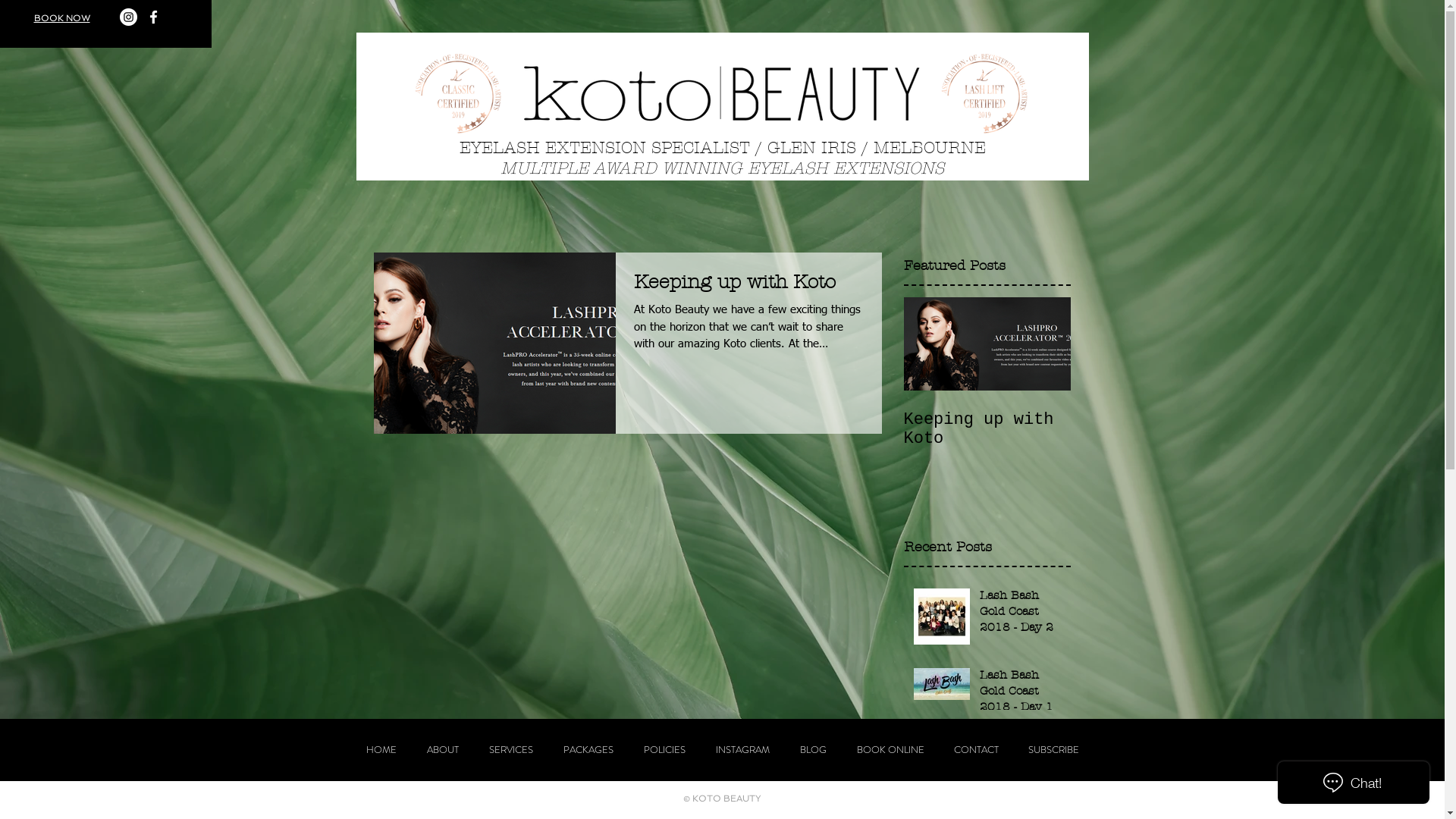 The height and width of the screenshot is (819, 1456). Describe the element at coordinates (441, 748) in the screenshot. I see `'ABOUT'` at that location.